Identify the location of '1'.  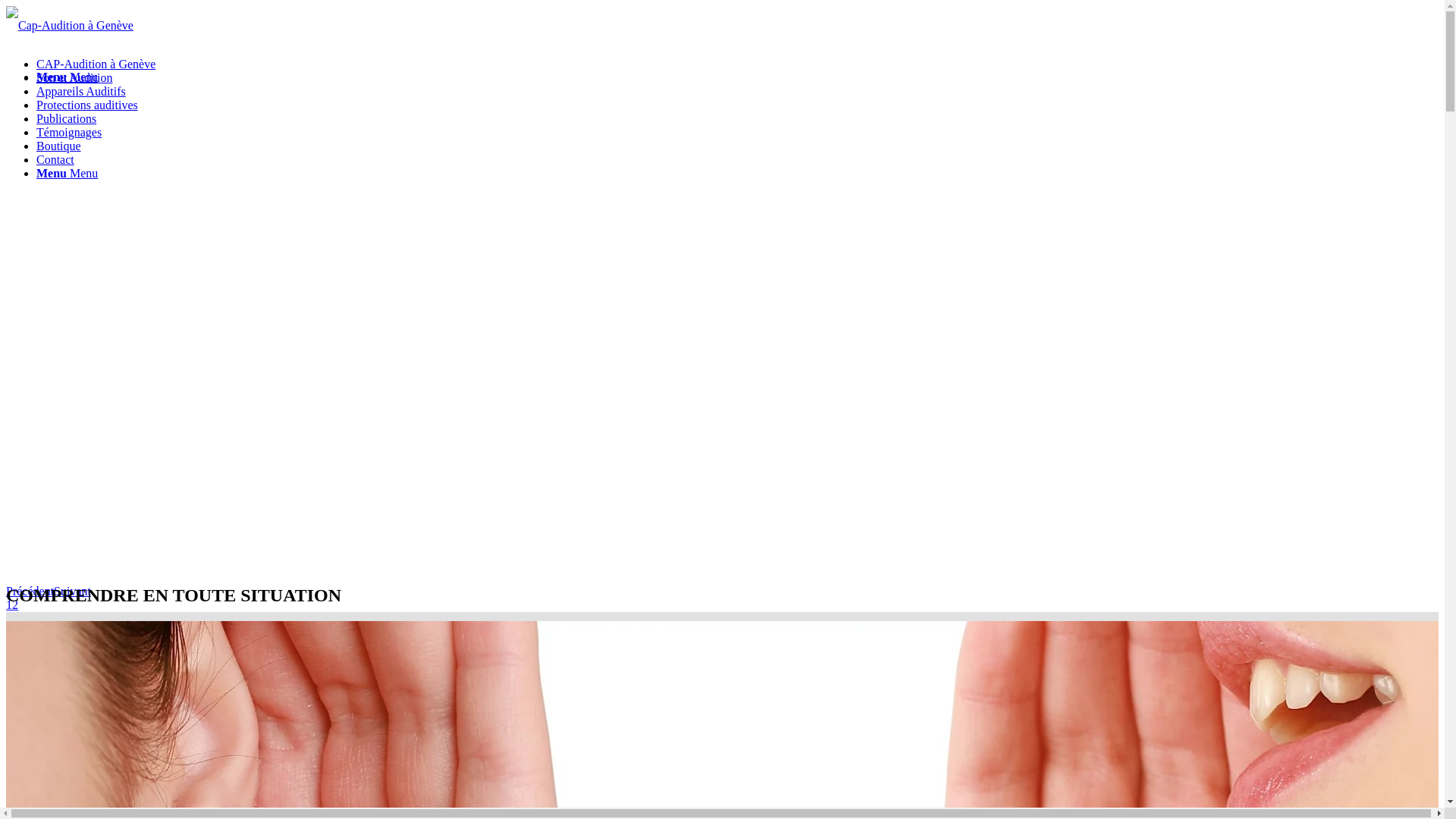
(9, 604).